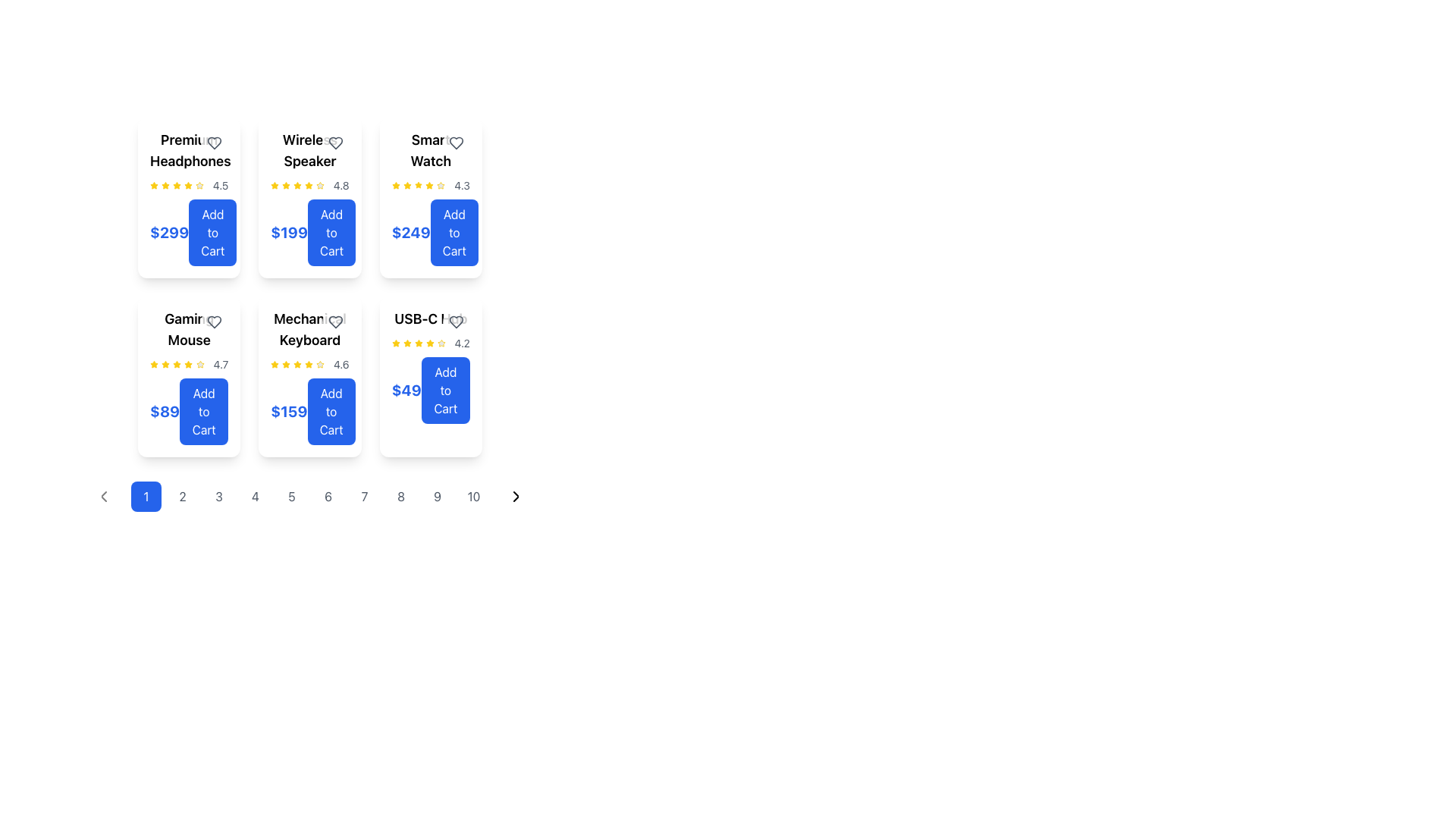 This screenshot has width=1456, height=819. I want to click on the Rating display with stars and numerical text that shows a rating of '4.7' for the product 'Gaming Mouse', located centrally within its card, so click(188, 365).